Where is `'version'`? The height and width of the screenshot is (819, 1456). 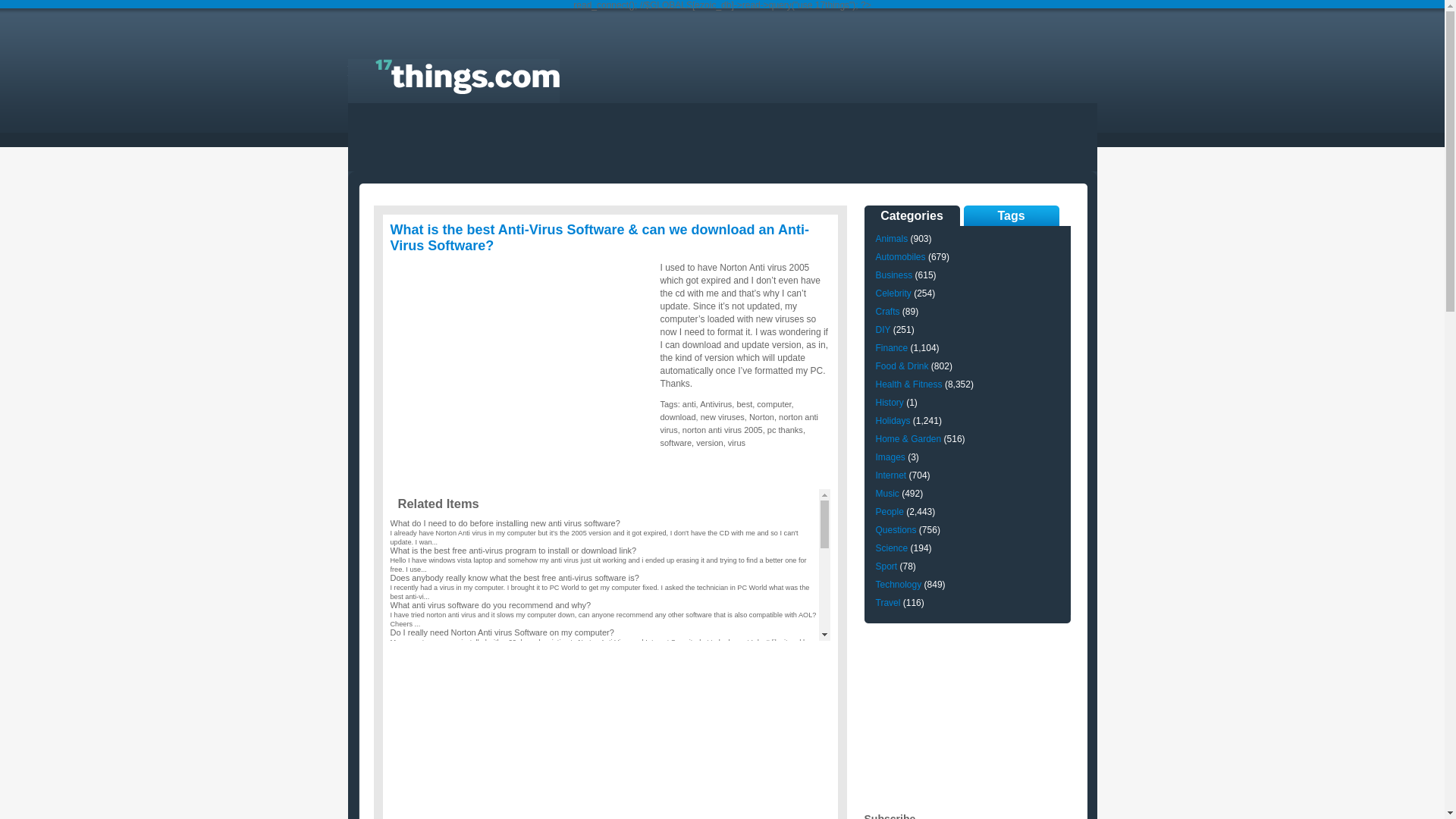 'version' is located at coordinates (708, 442).